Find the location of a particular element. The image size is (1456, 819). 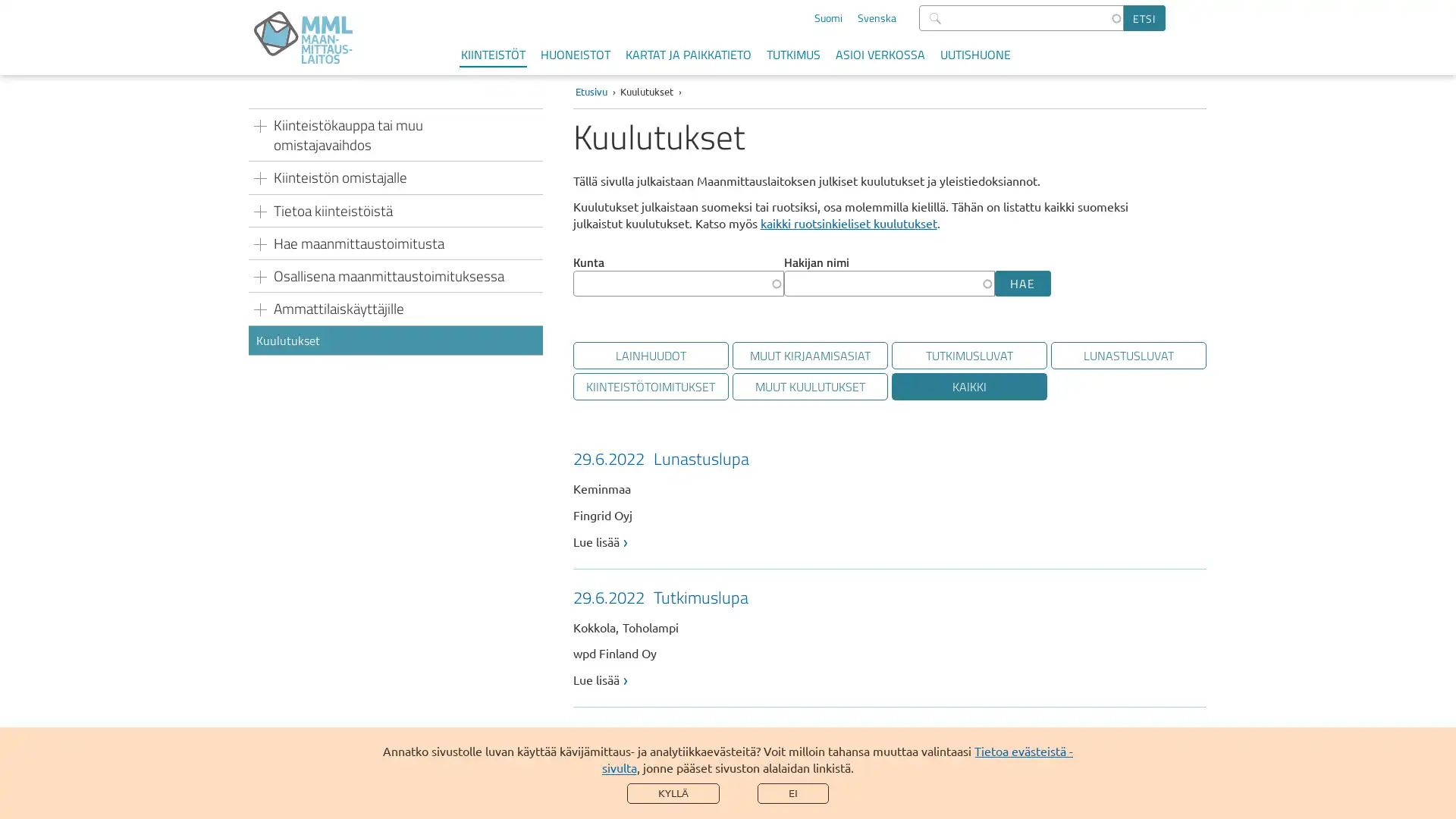

LUNASTUSLUVAT is located at coordinates (1128, 356).